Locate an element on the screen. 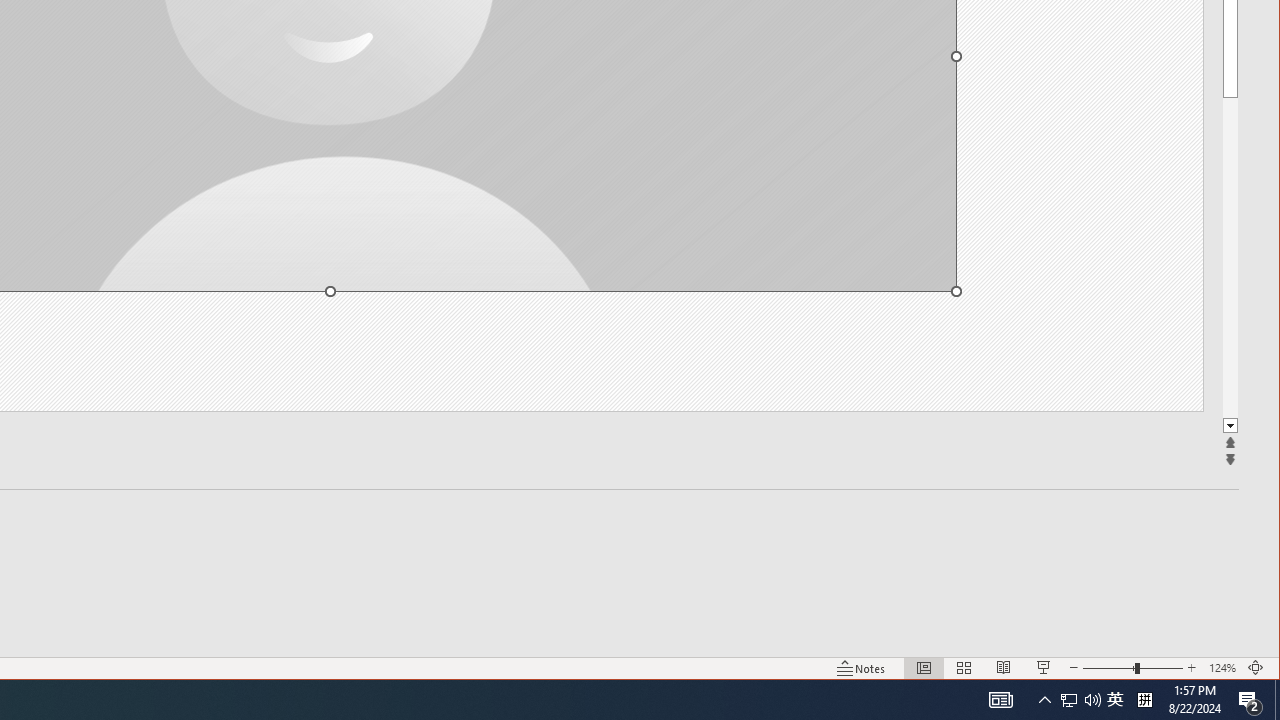 This screenshot has height=720, width=1280. 'Zoom Out' is located at coordinates (1108, 668).